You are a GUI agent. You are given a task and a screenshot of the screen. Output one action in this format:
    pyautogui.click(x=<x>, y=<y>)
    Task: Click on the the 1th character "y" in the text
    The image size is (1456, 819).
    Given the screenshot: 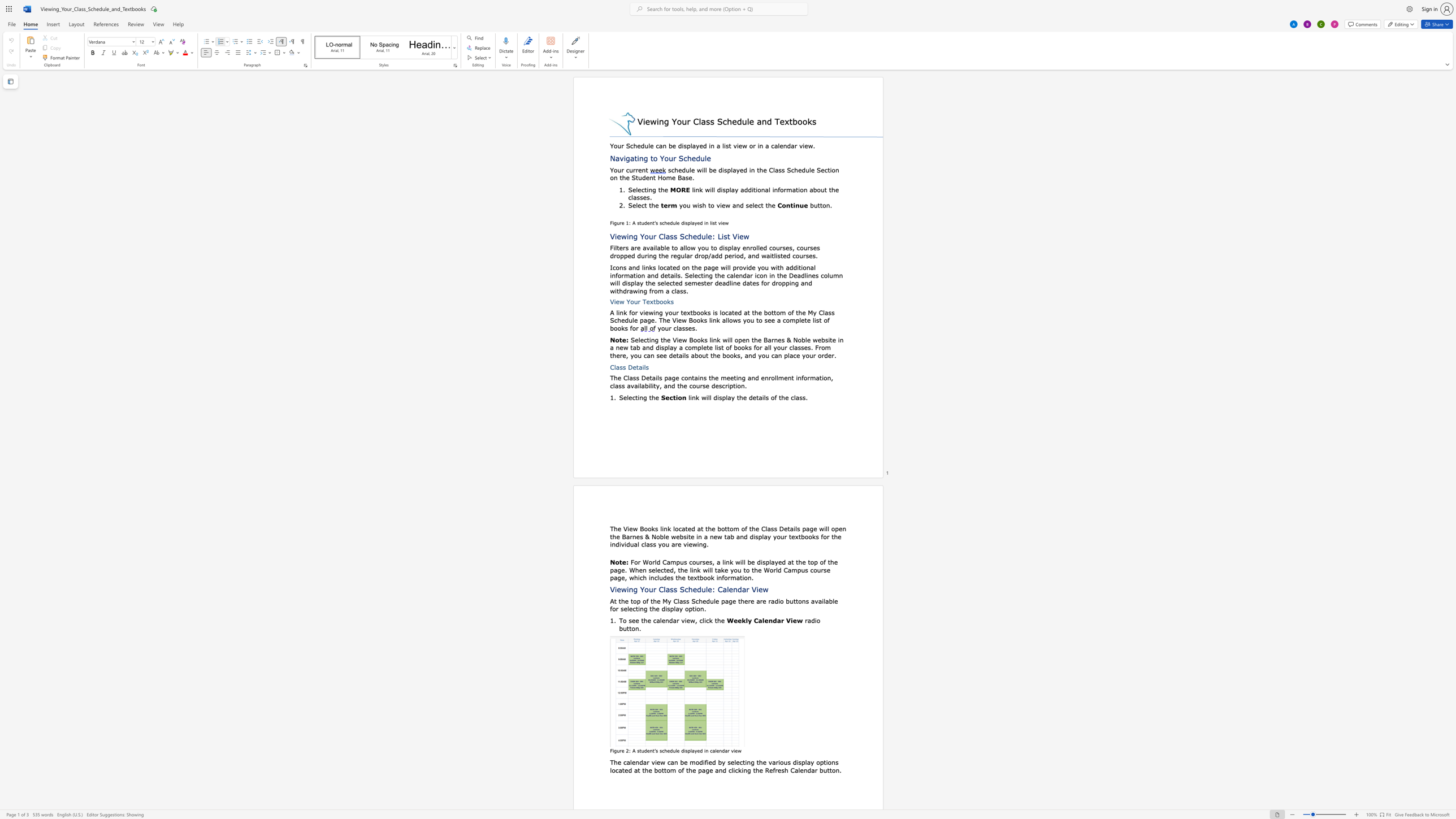 What is the action you would take?
    pyautogui.click(x=696, y=223)
    